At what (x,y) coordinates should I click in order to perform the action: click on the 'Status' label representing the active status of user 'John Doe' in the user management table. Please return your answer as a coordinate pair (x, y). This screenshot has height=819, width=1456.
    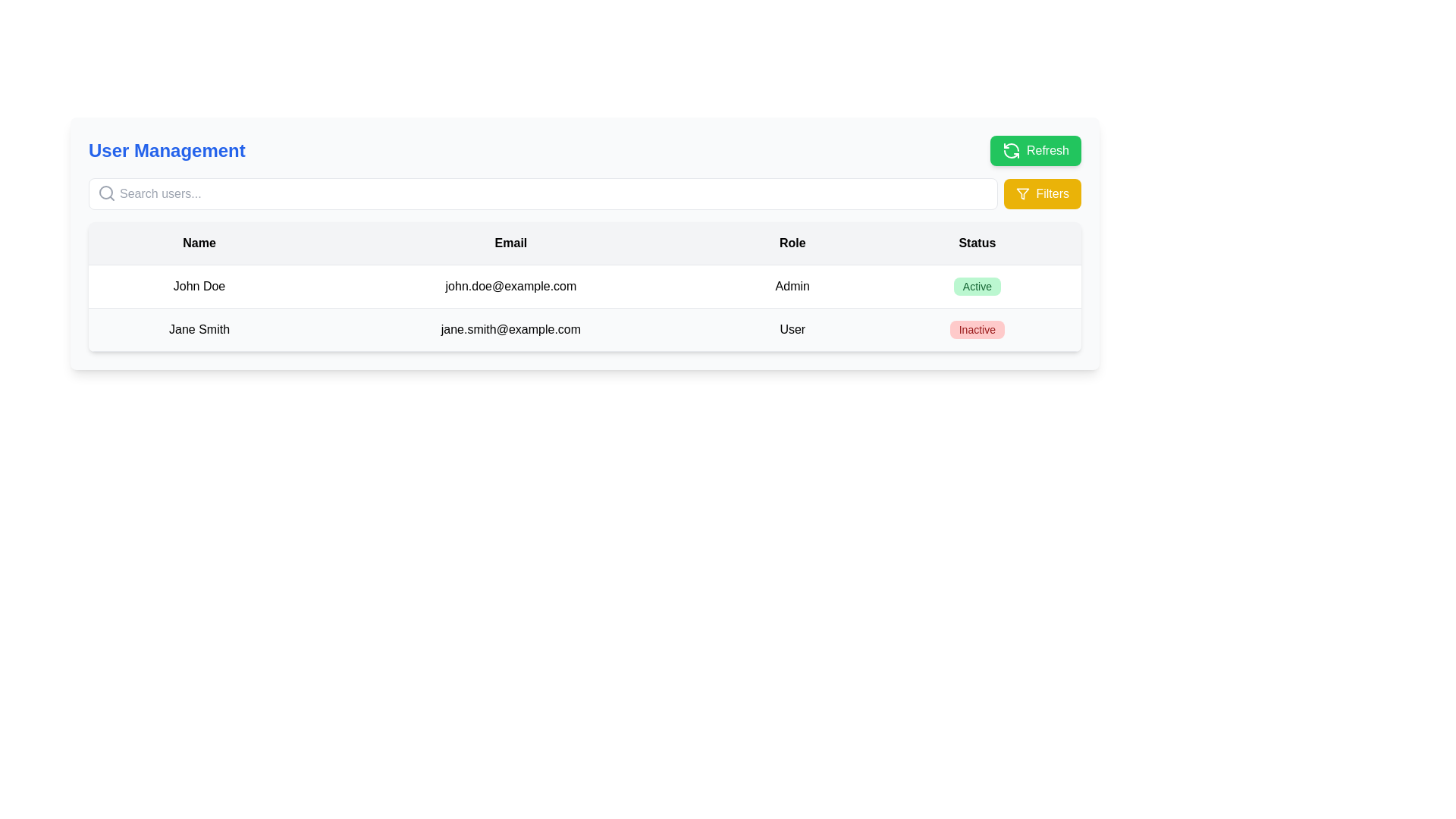
    Looking at the image, I should click on (977, 287).